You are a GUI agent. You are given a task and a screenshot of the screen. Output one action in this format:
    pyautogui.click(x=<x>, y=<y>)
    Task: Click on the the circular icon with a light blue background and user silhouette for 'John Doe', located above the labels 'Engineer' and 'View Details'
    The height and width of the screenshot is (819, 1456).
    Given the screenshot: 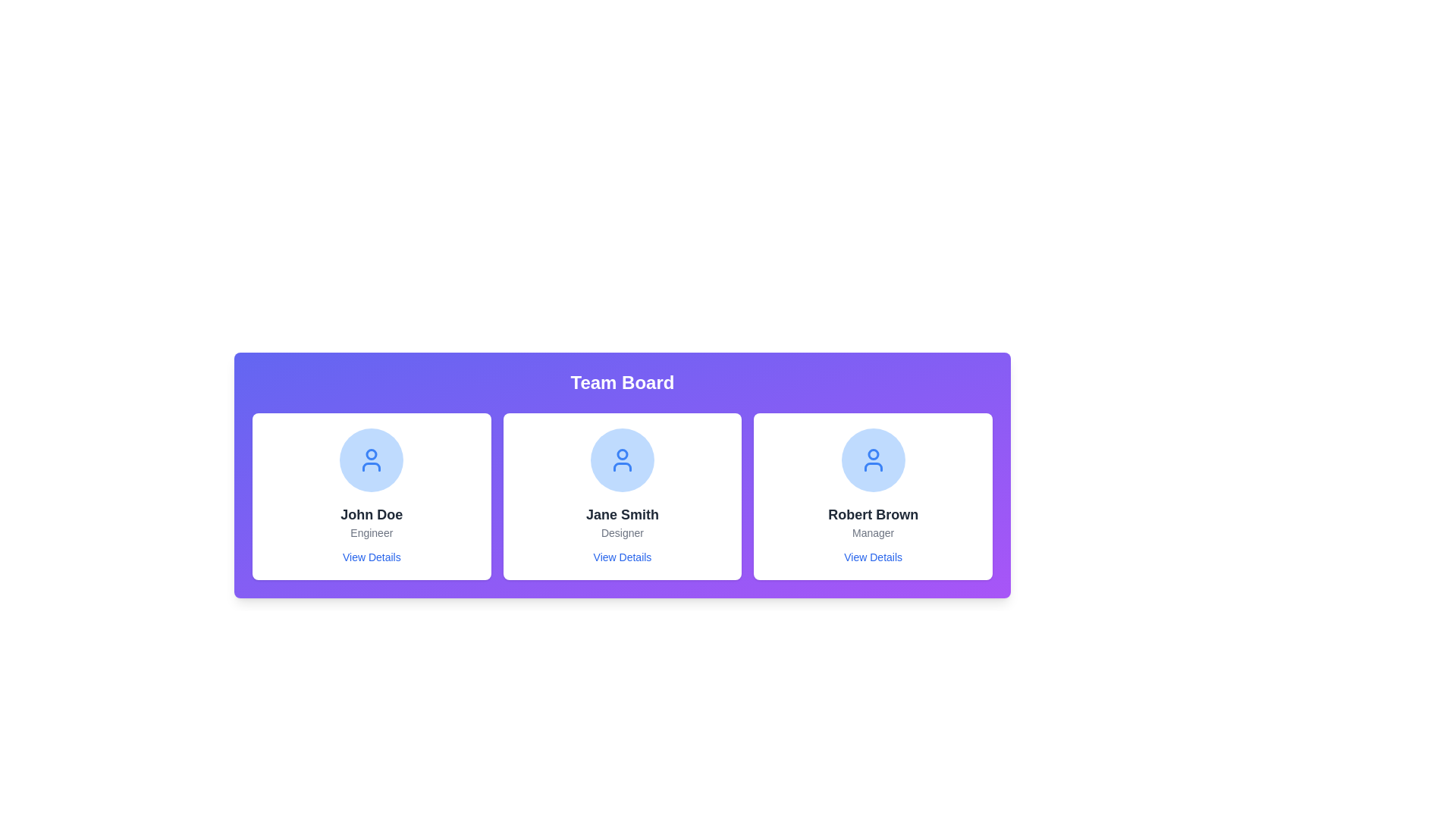 What is the action you would take?
    pyautogui.click(x=372, y=459)
    